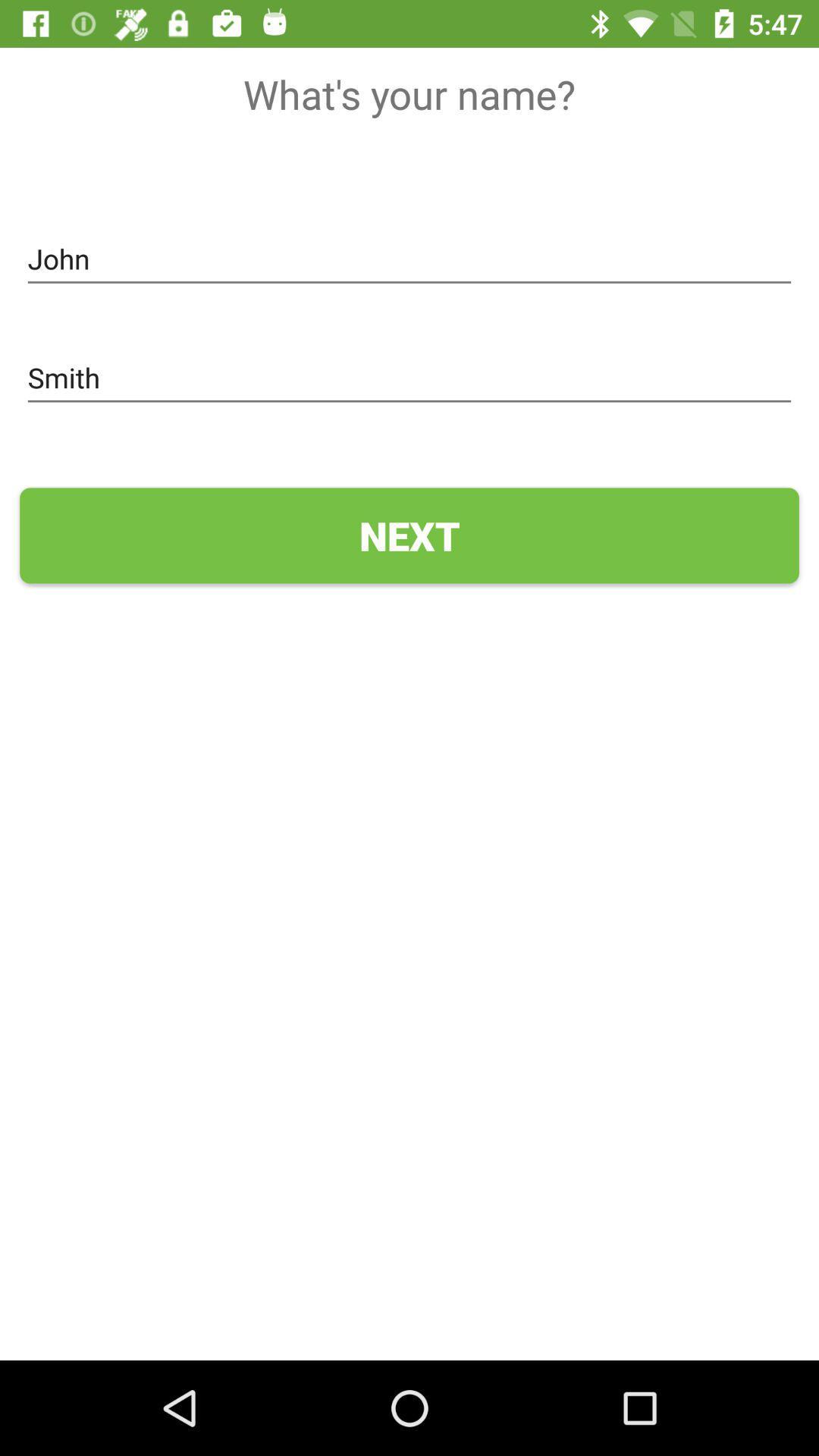 The image size is (819, 1456). What do you see at coordinates (409, 259) in the screenshot?
I see `the john` at bounding box center [409, 259].